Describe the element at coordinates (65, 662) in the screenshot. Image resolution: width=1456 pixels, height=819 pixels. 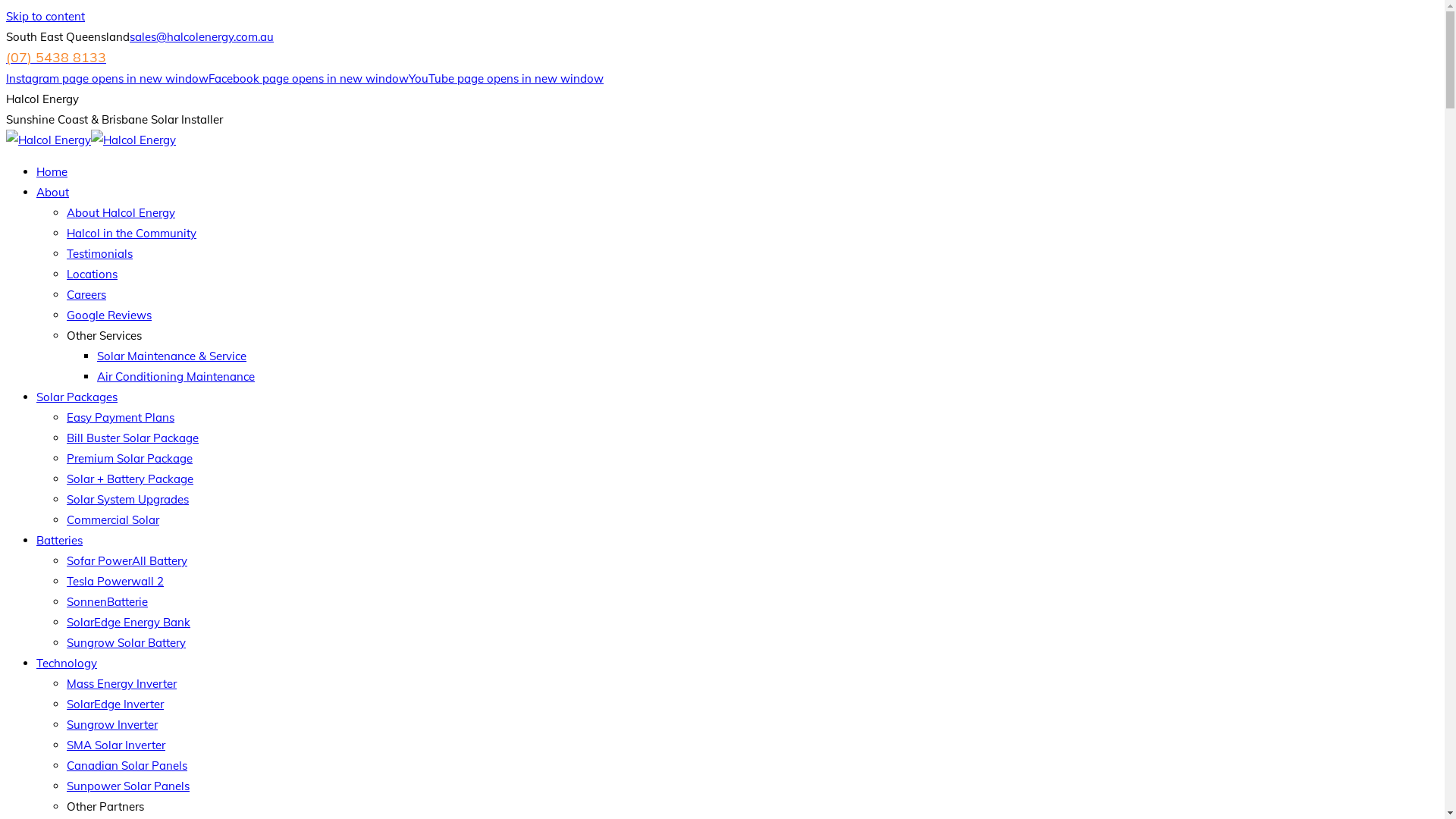
I see `'Technology'` at that location.